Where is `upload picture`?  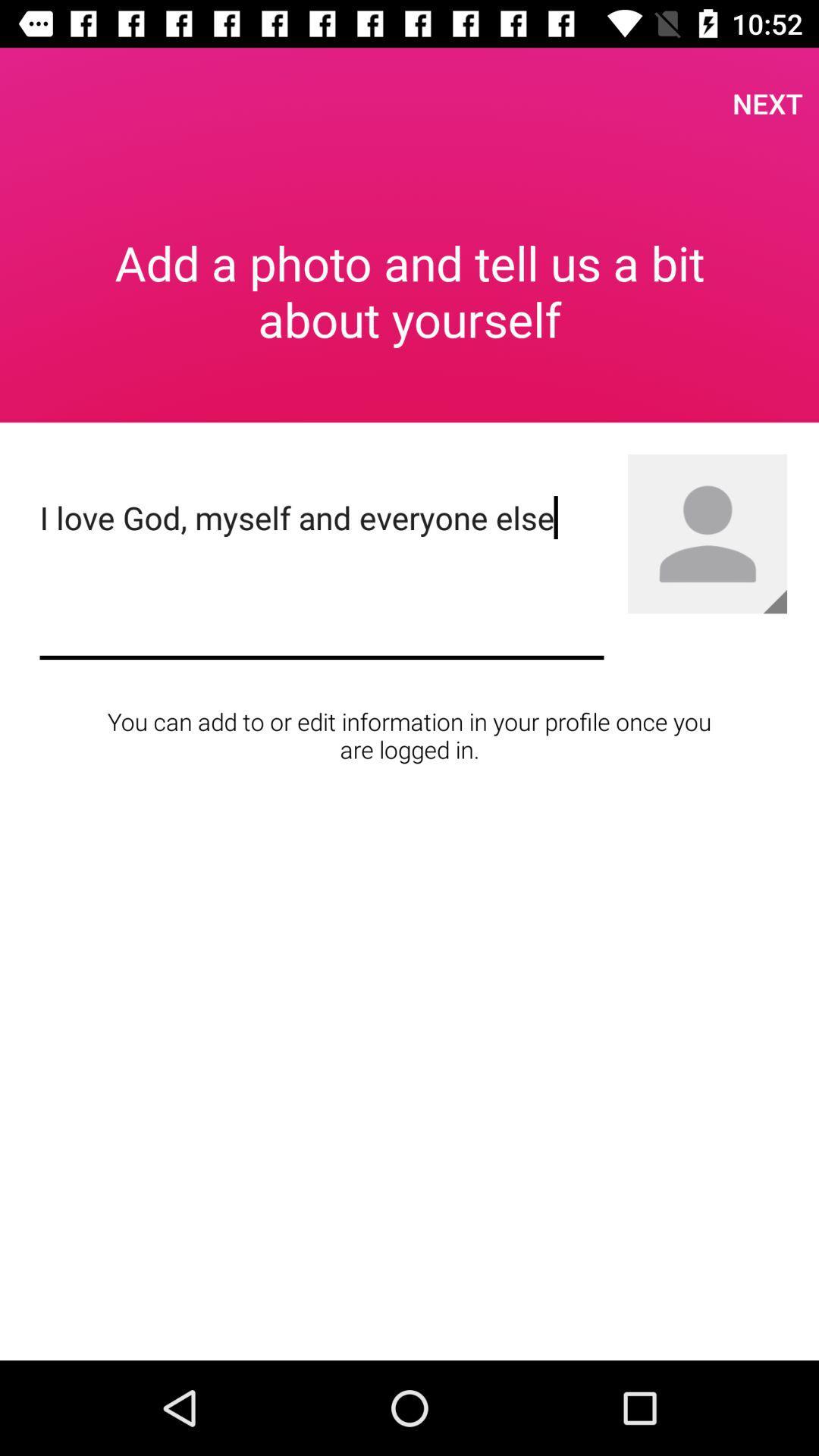 upload picture is located at coordinates (775, 601).